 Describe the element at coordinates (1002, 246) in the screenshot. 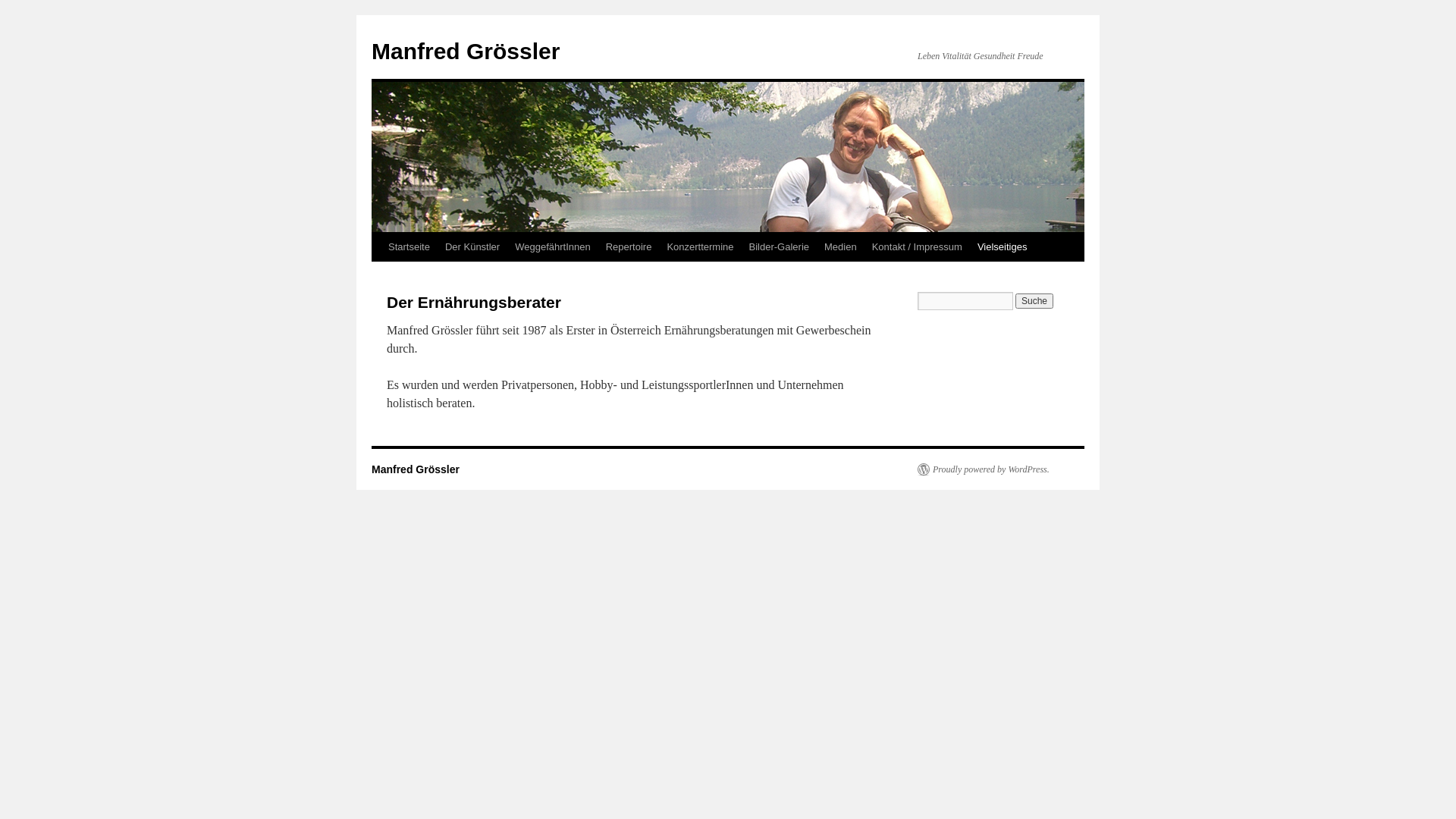

I see `'Vielseitiges'` at that location.